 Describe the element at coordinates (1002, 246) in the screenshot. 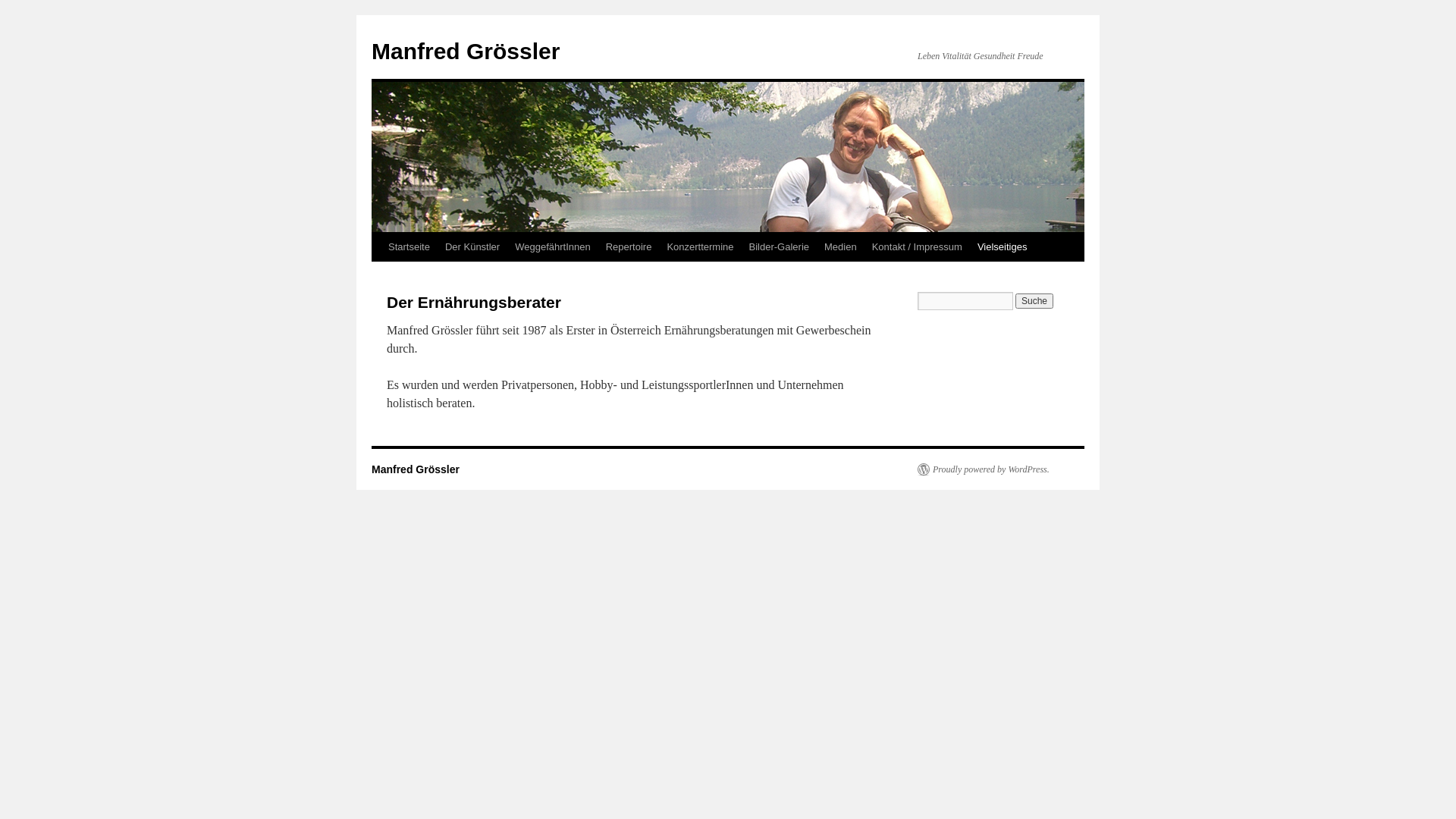

I see `'Vielseitiges'` at that location.